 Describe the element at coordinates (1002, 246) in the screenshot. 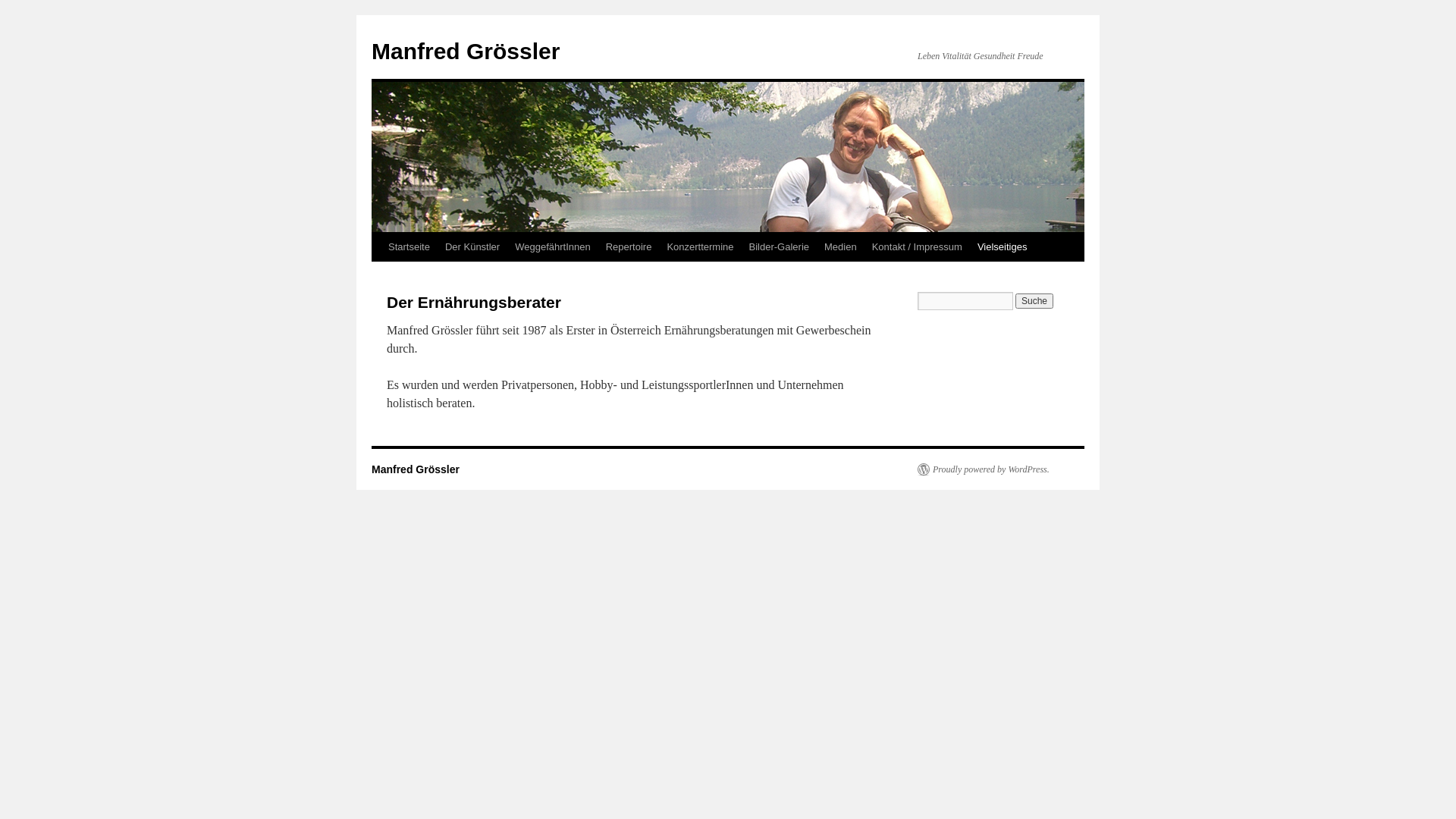

I see `'Vielseitiges'` at that location.